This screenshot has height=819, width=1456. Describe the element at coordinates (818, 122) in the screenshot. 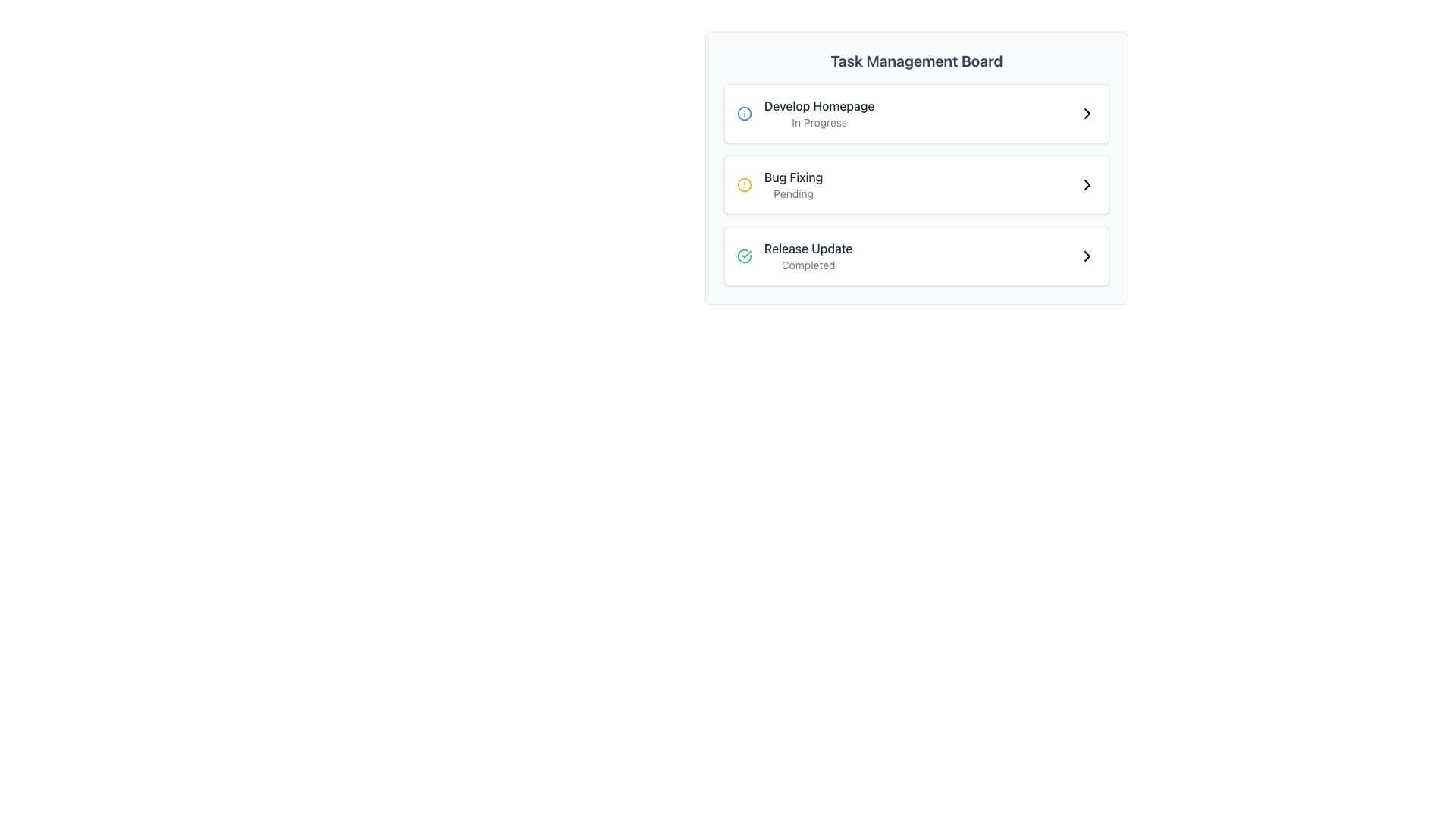

I see `status text label indicating the current state of the 'Develop Homepage' task, which is located directly below the corresponding task title in the Task Management Board` at that location.